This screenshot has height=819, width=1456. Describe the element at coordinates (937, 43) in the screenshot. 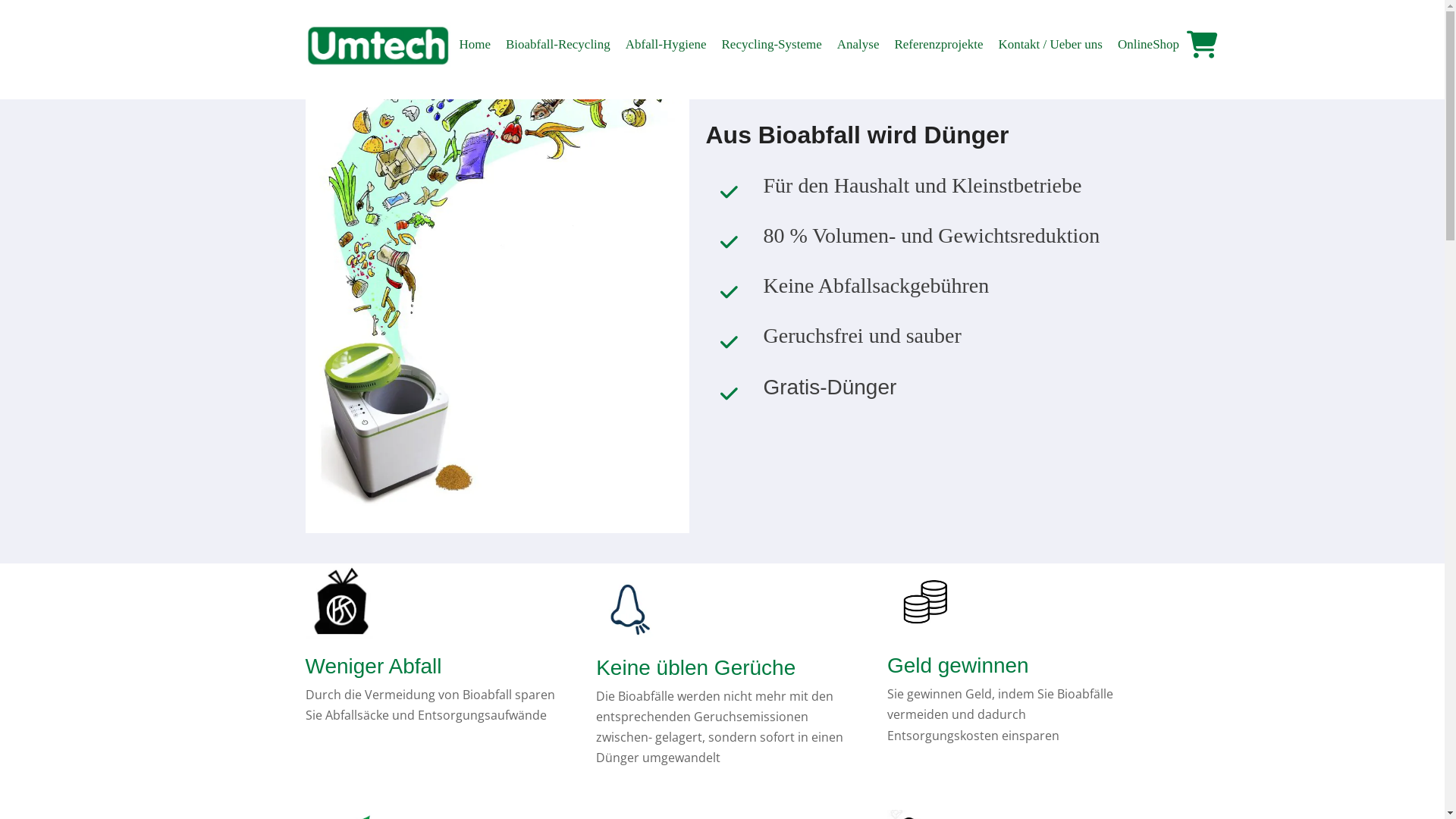

I see `'Referenzprojekte'` at that location.